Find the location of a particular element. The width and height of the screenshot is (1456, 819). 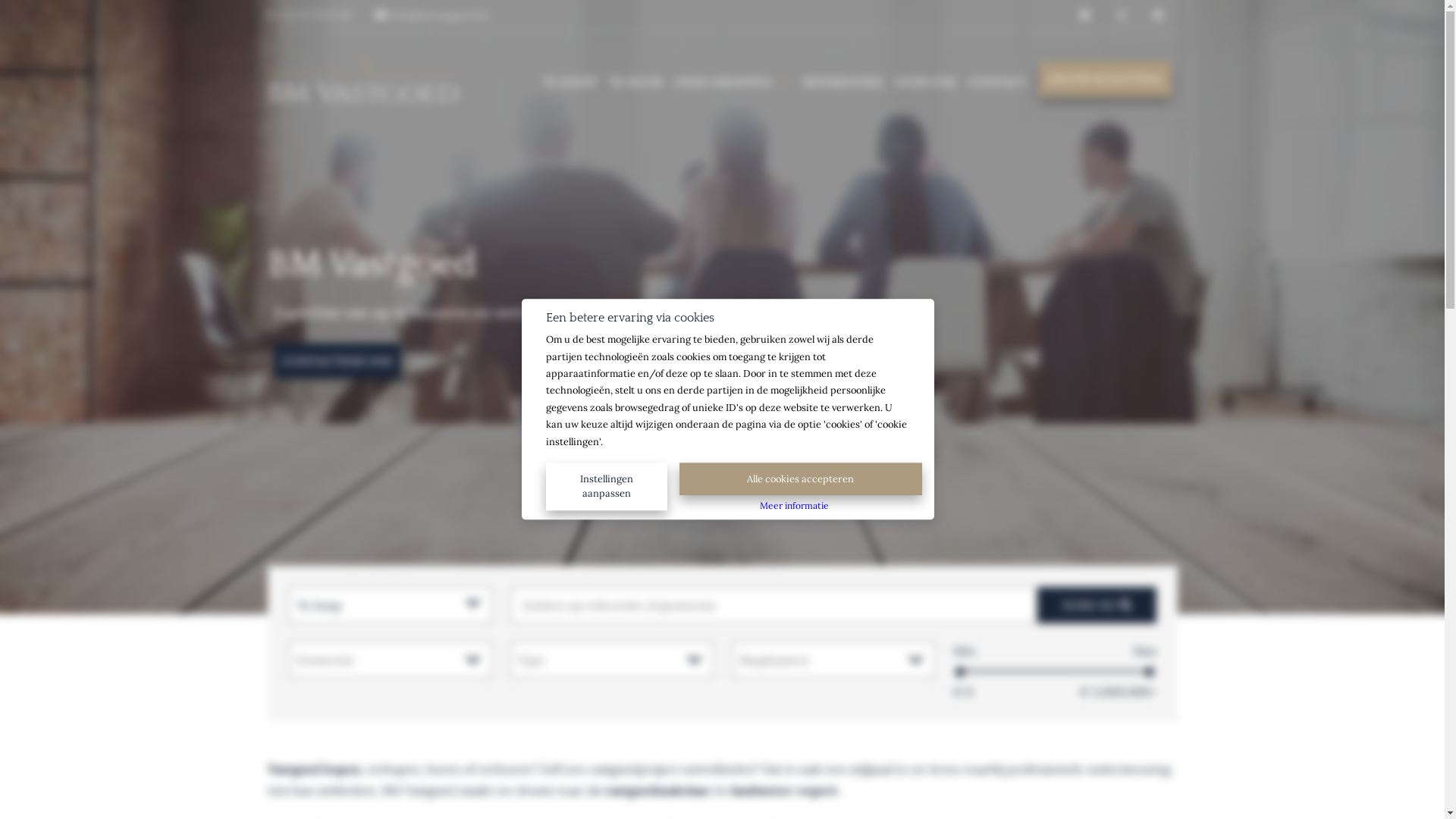

' info@bmvastgoed.be' is located at coordinates (431, 14).